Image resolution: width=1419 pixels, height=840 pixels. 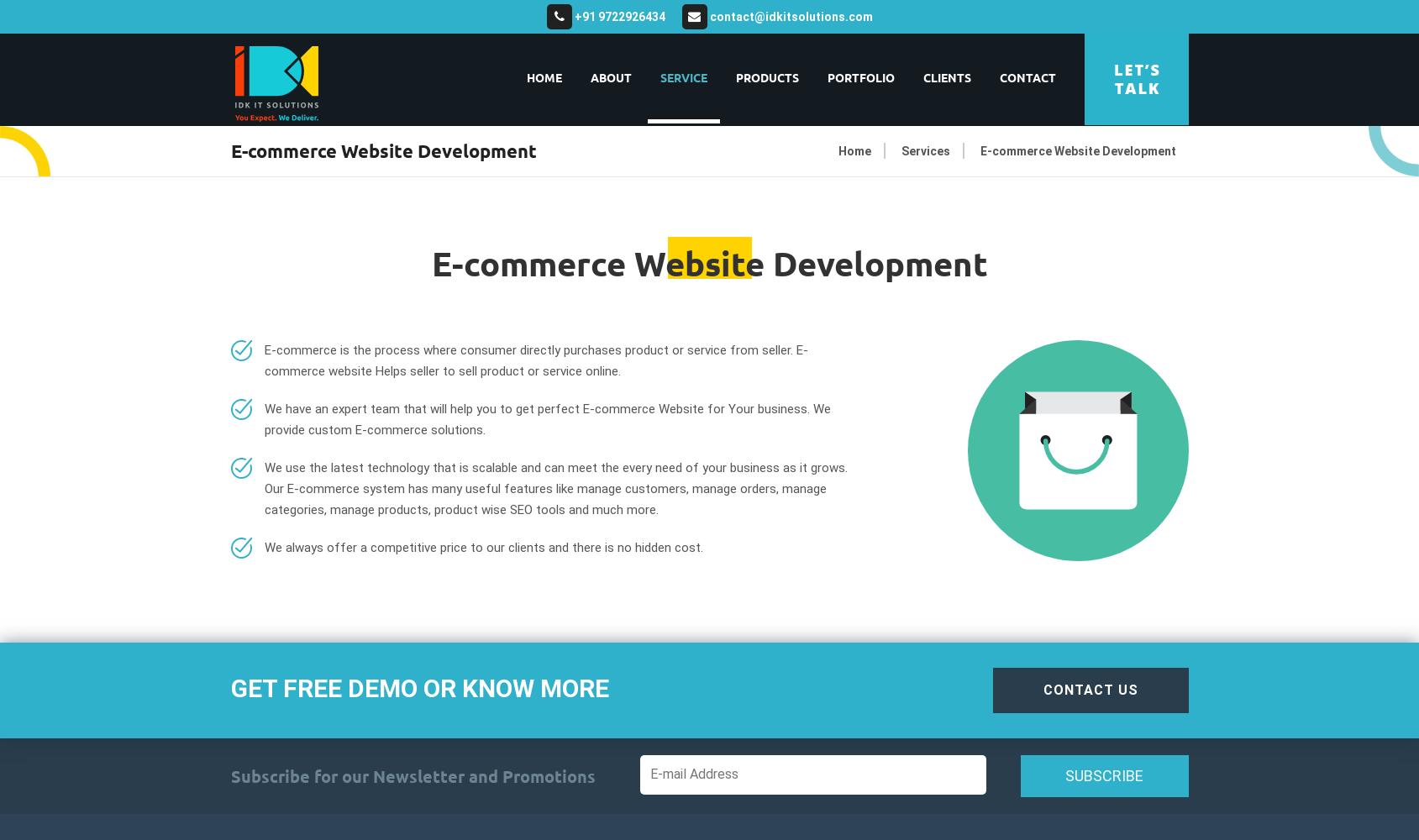 What do you see at coordinates (555, 488) in the screenshot?
I see `'We use the latest technology that is scalable and can meet the every need of your business as it grows. Our E-commerce system has many useful features like manage customers, manage orders, manage categories, manage products, product wise SEO tools and much more.'` at bounding box center [555, 488].